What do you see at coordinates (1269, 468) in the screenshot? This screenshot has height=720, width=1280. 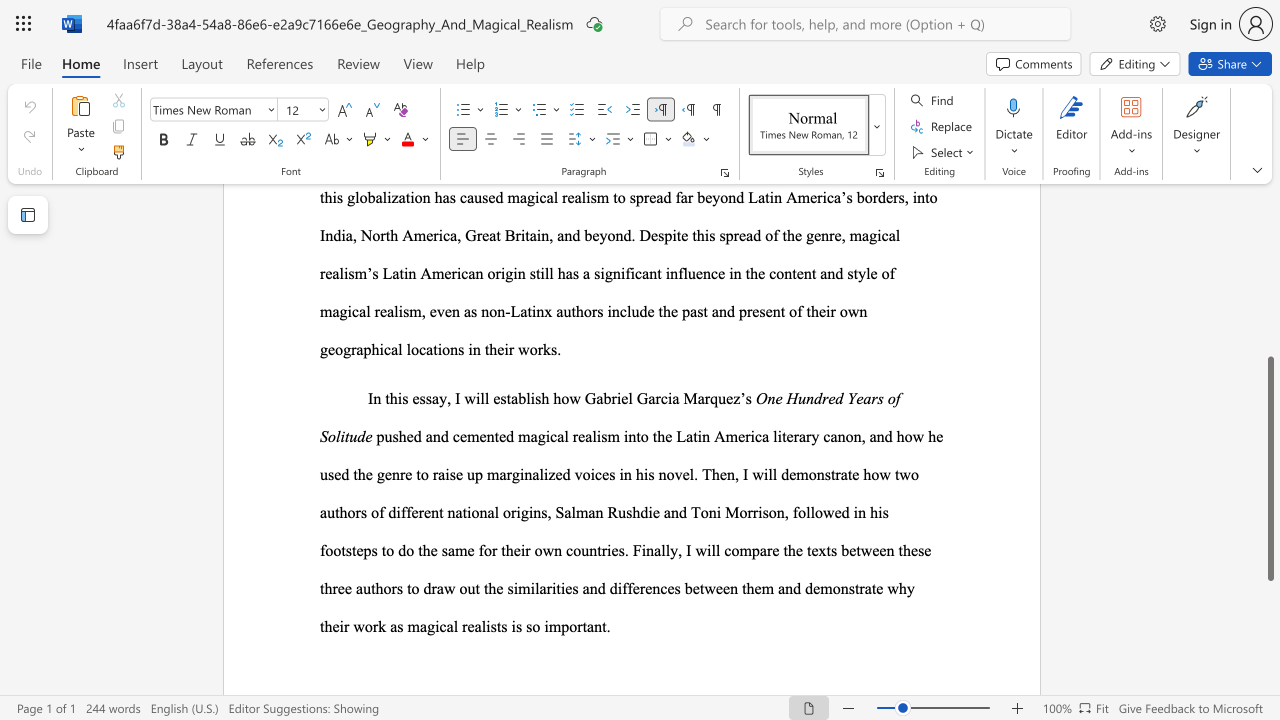 I see `the scrollbar and move up 310 pixels` at bounding box center [1269, 468].